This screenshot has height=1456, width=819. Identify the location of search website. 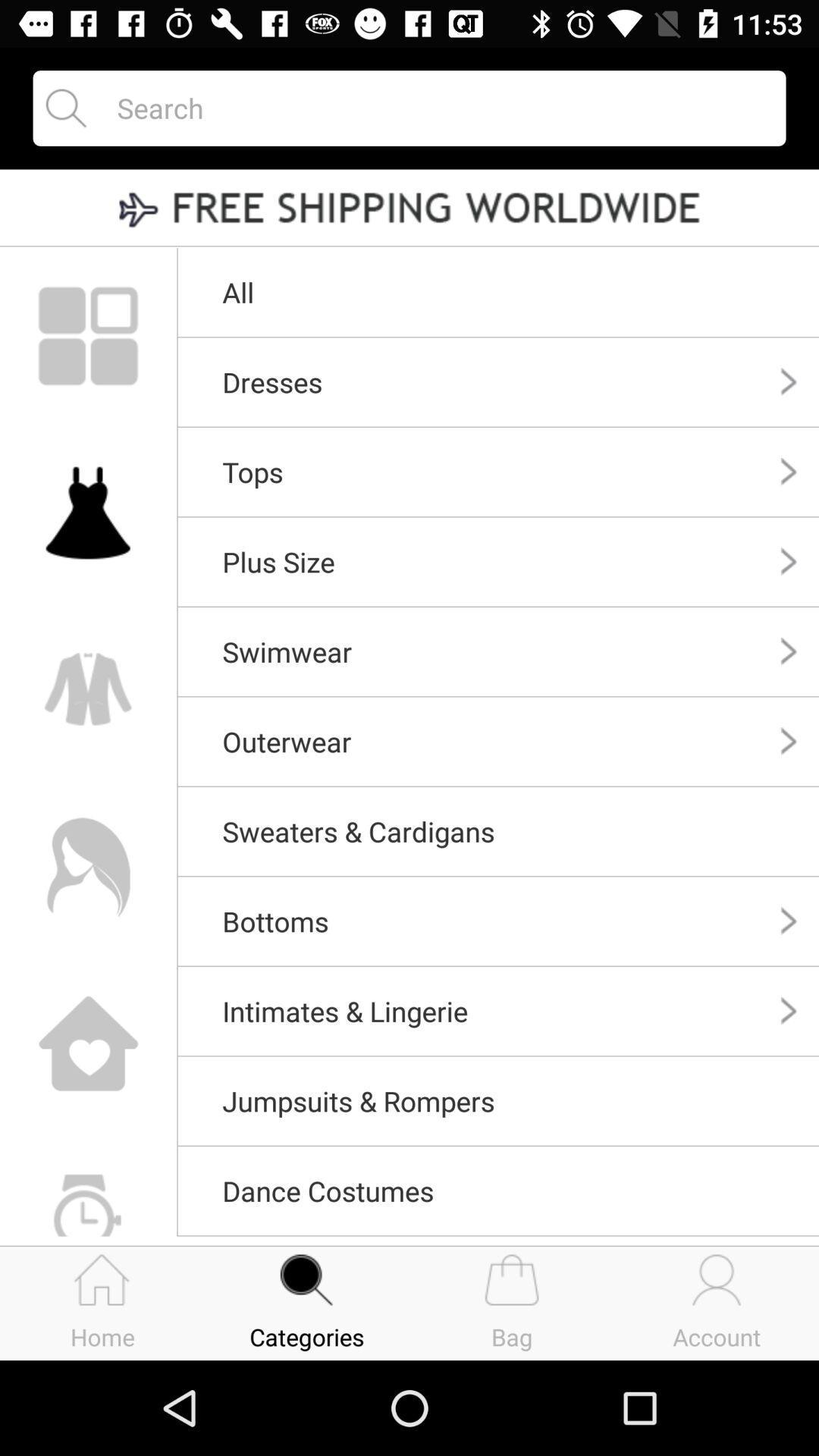
(438, 107).